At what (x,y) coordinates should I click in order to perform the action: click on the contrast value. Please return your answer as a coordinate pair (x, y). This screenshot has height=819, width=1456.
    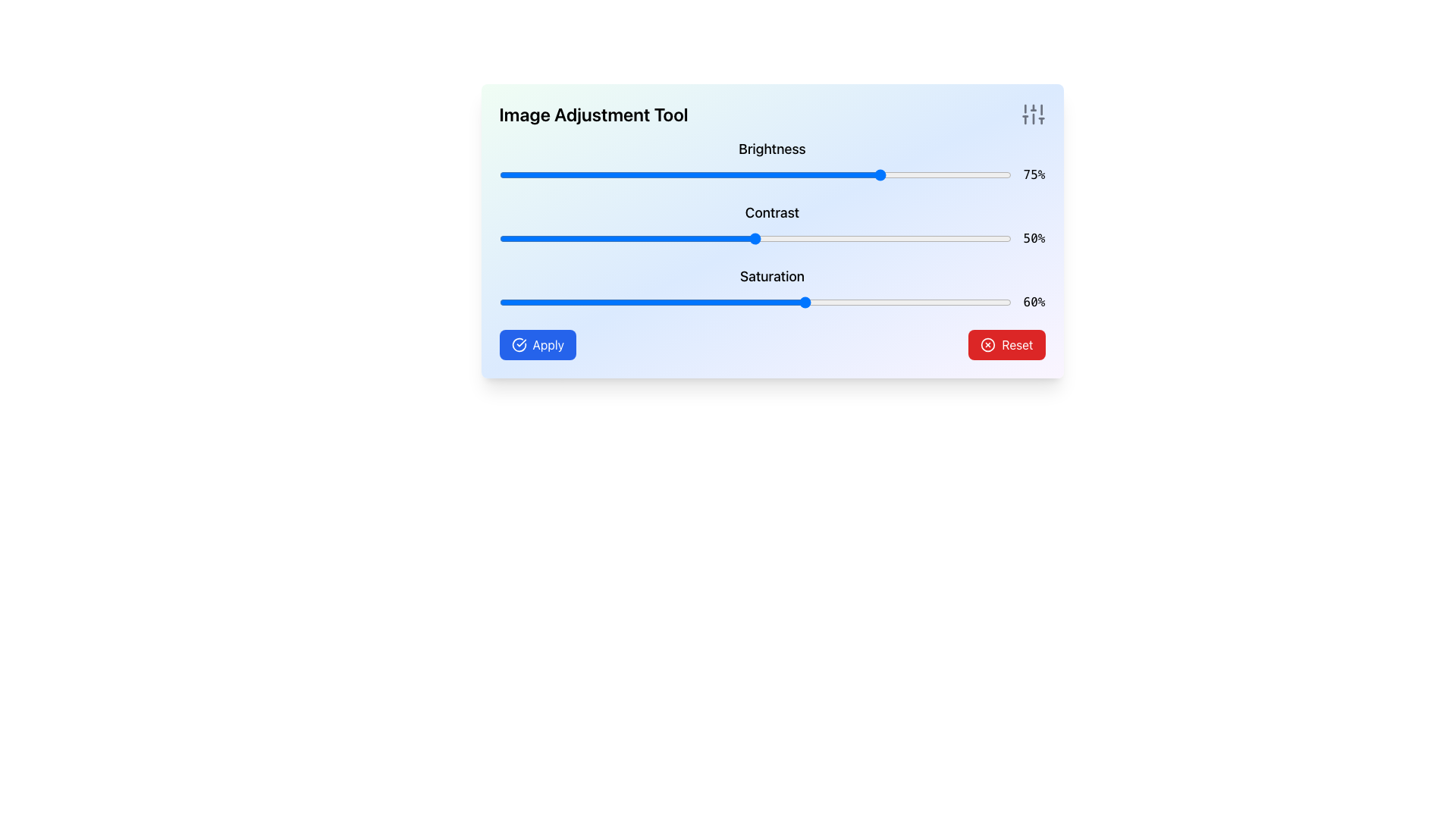
    Looking at the image, I should click on (826, 239).